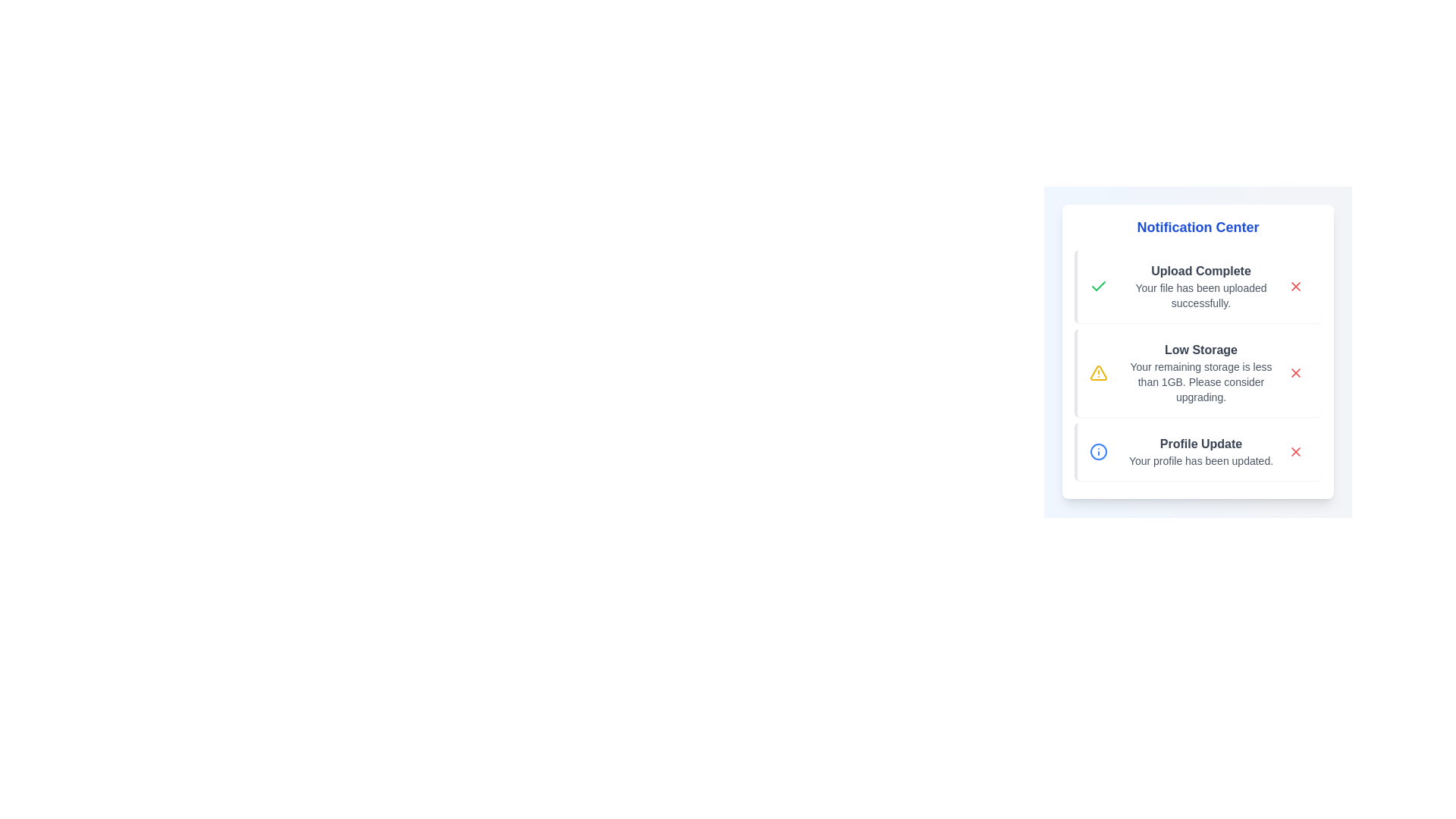 This screenshot has height=819, width=1456. Describe the element at coordinates (1197, 227) in the screenshot. I see `the text label at the top of the notification panel, which serves as the title indicating the purpose of the displayed content` at that location.